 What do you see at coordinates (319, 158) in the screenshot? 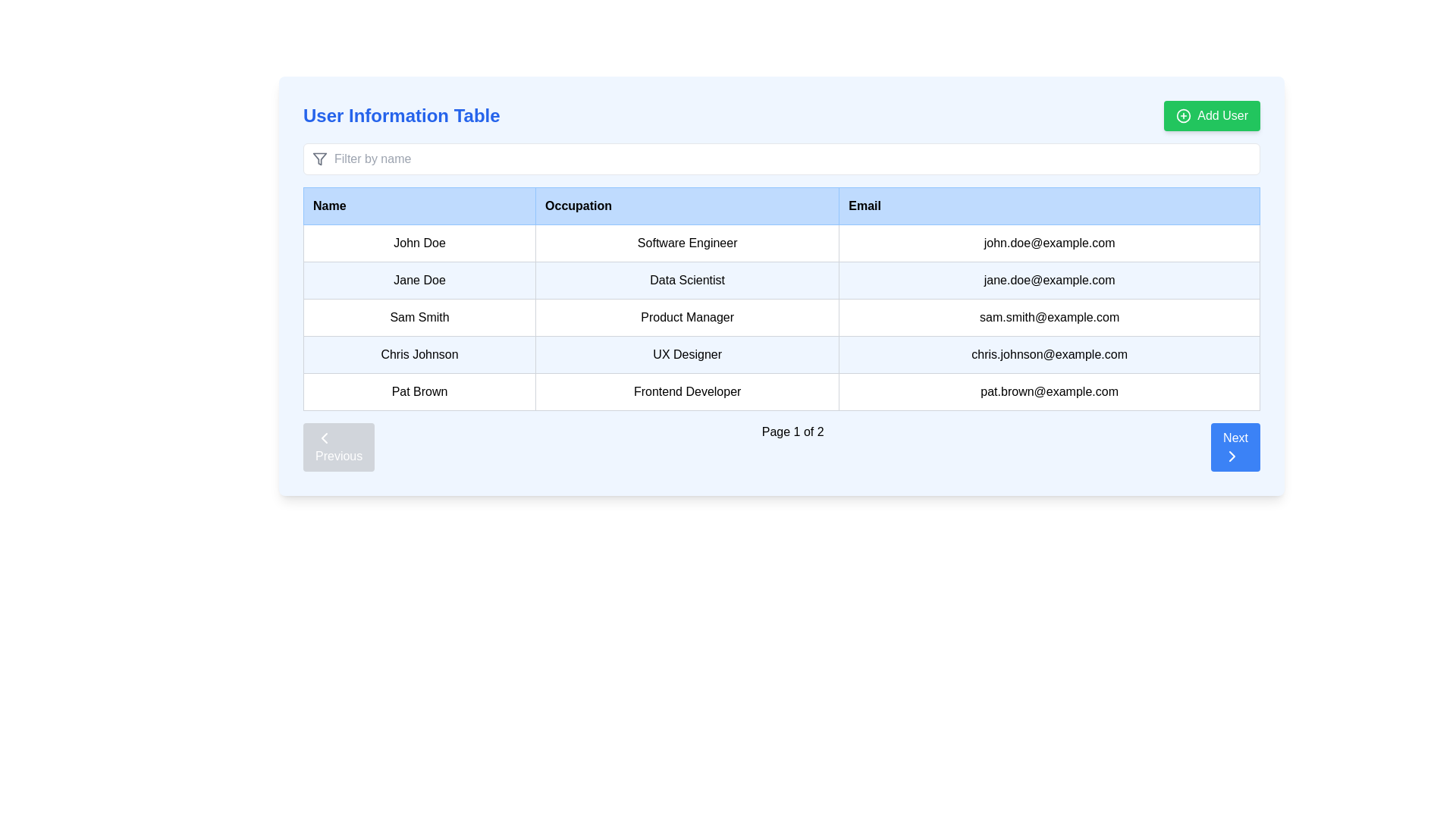
I see `the filter icon positioned to the left of the 'Filter by name' text input field` at bounding box center [319, 158].